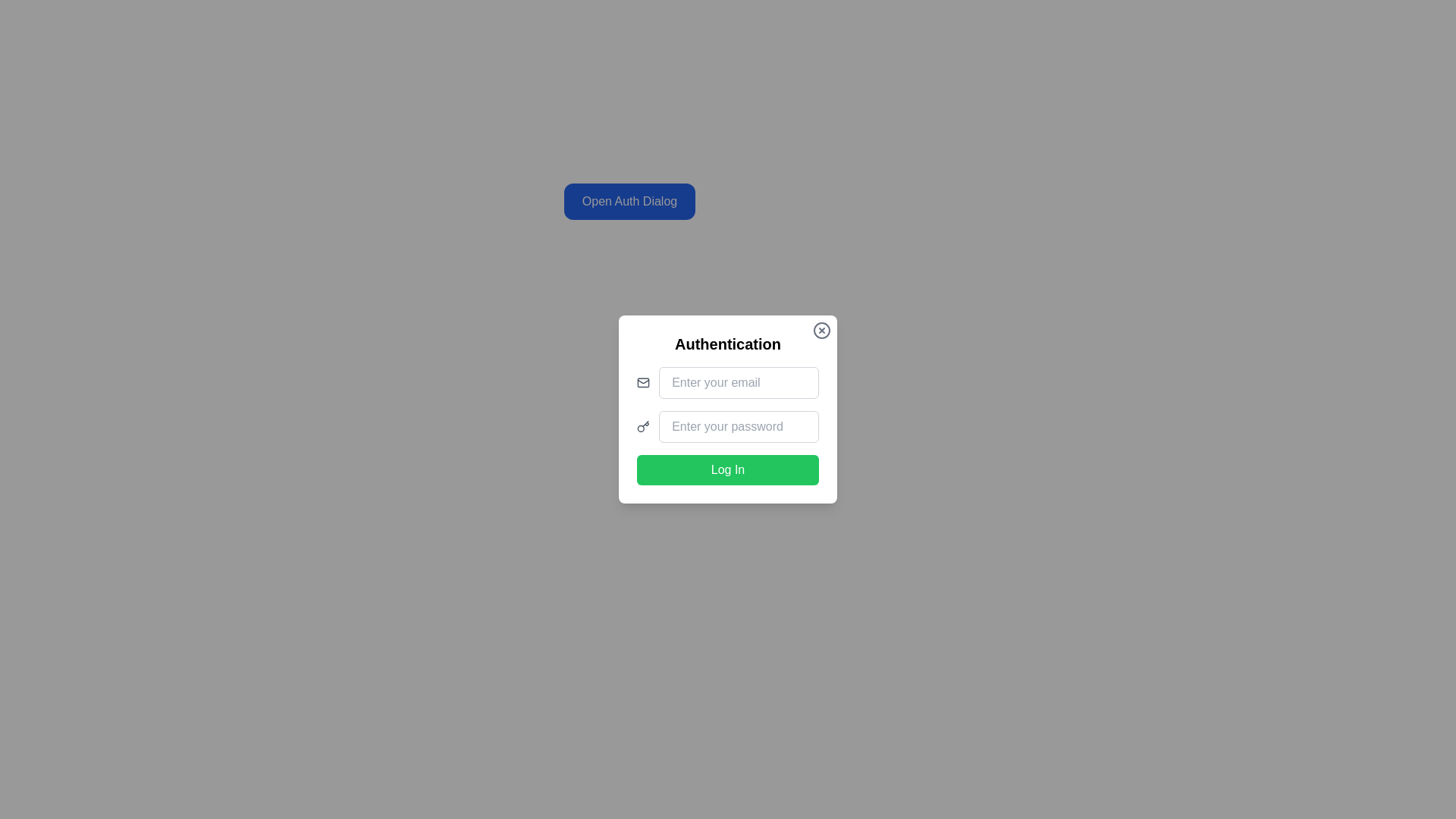  Describe the element at coordinates (728, 382) in the screenshot. I see `the email input field located` at that location.